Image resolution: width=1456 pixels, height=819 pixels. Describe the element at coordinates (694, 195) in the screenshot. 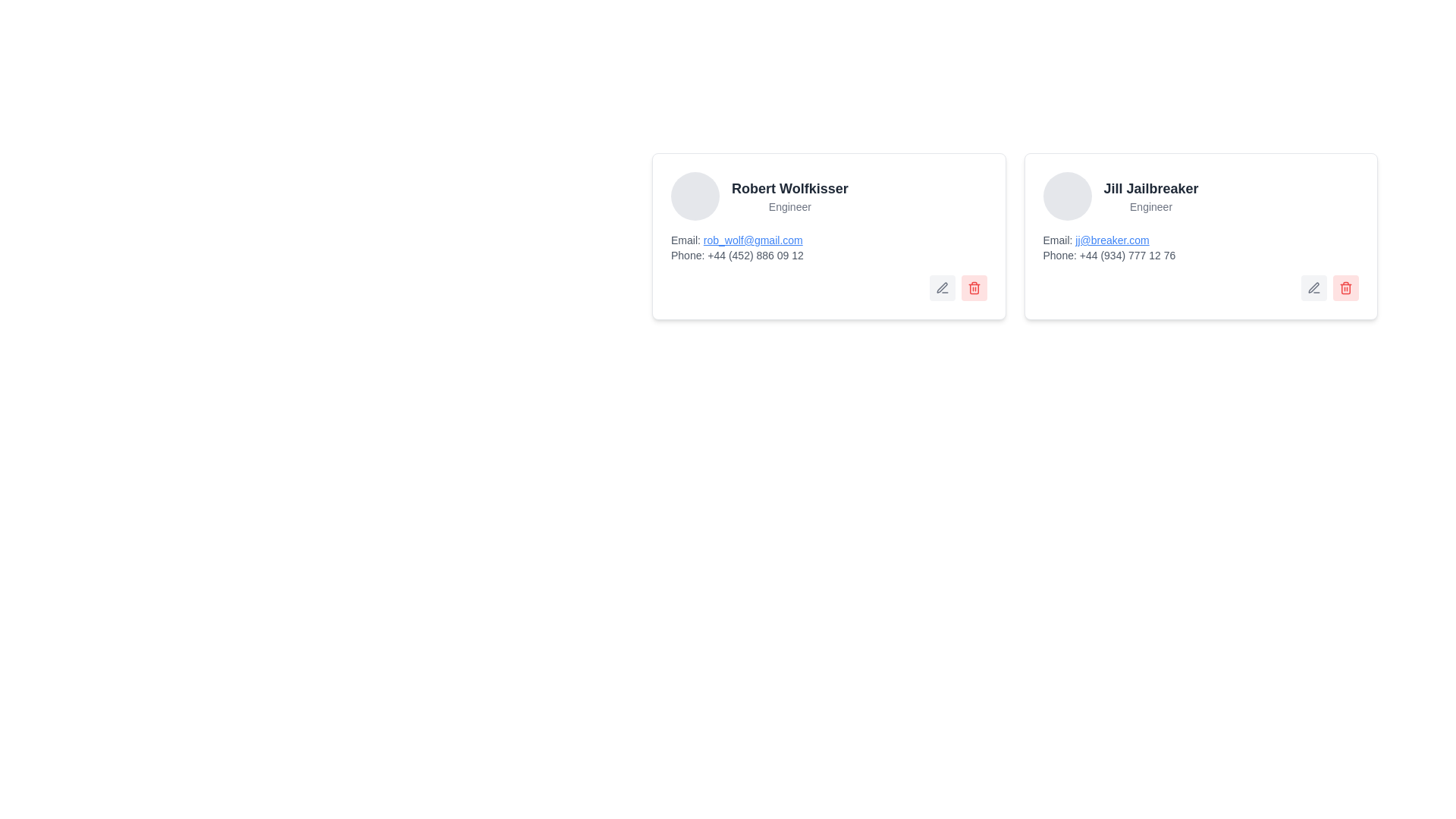

I see `the Circular Avatar Placeholder located to the left of 'Robert Wolfkisser' and 'Engineer'` at that location.